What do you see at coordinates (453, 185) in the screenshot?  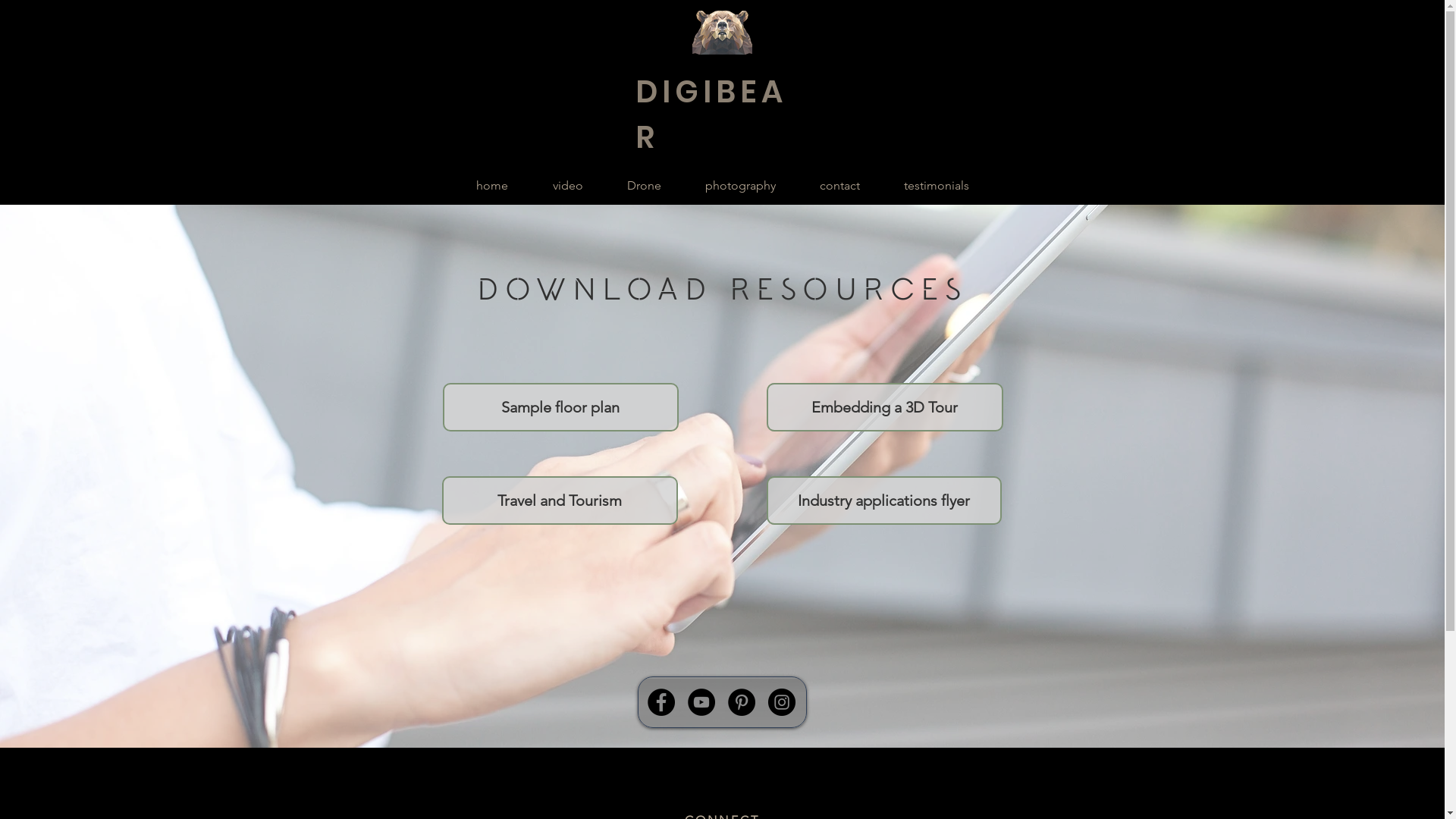 I see `'home'` at bounding box center [453, 185].